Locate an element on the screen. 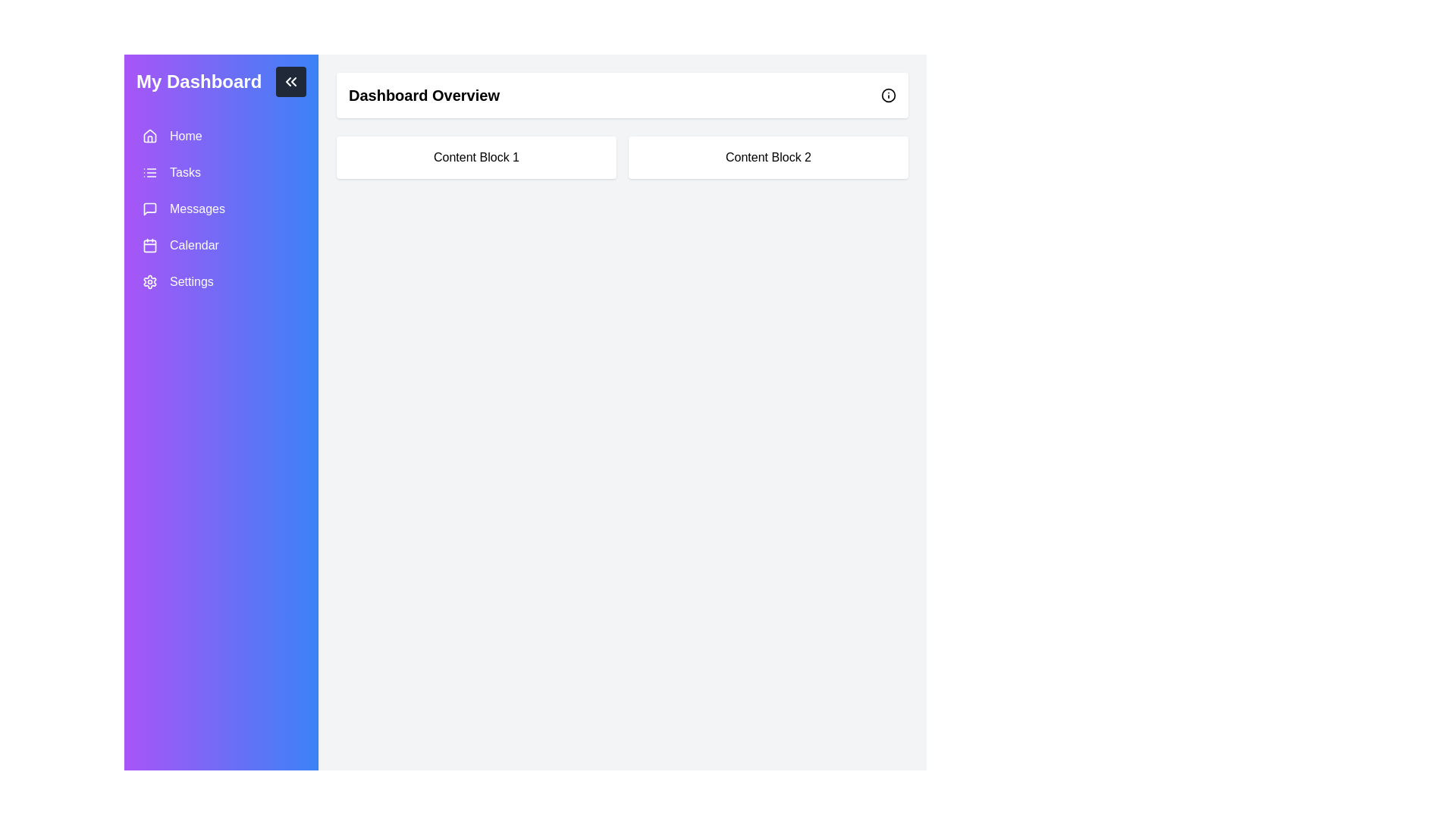  the third navigation item in the left sidebar is located at coordinates (221, 209).